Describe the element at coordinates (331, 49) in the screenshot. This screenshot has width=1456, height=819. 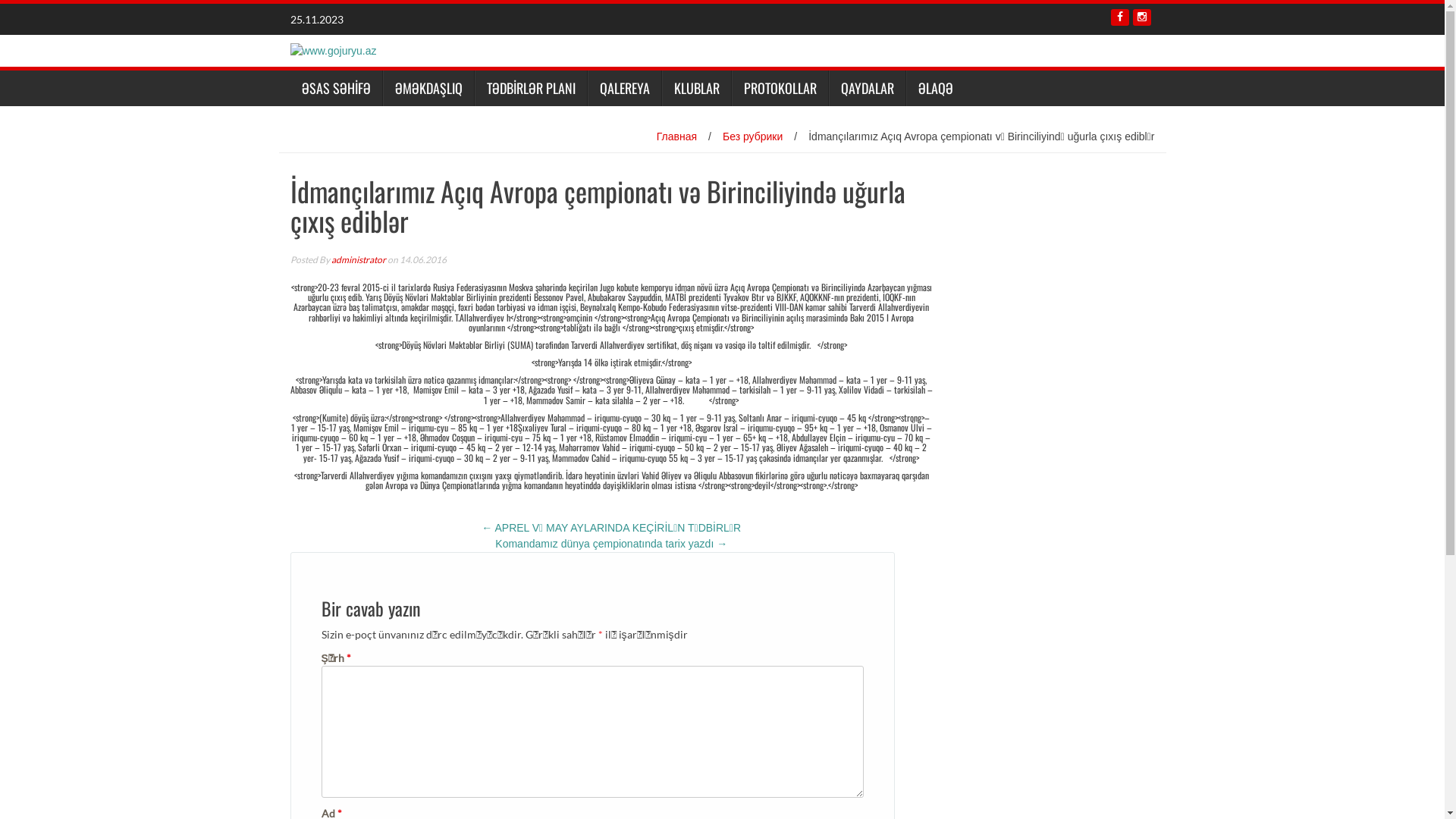
I see `'www.gojuryu.az'` at that location.